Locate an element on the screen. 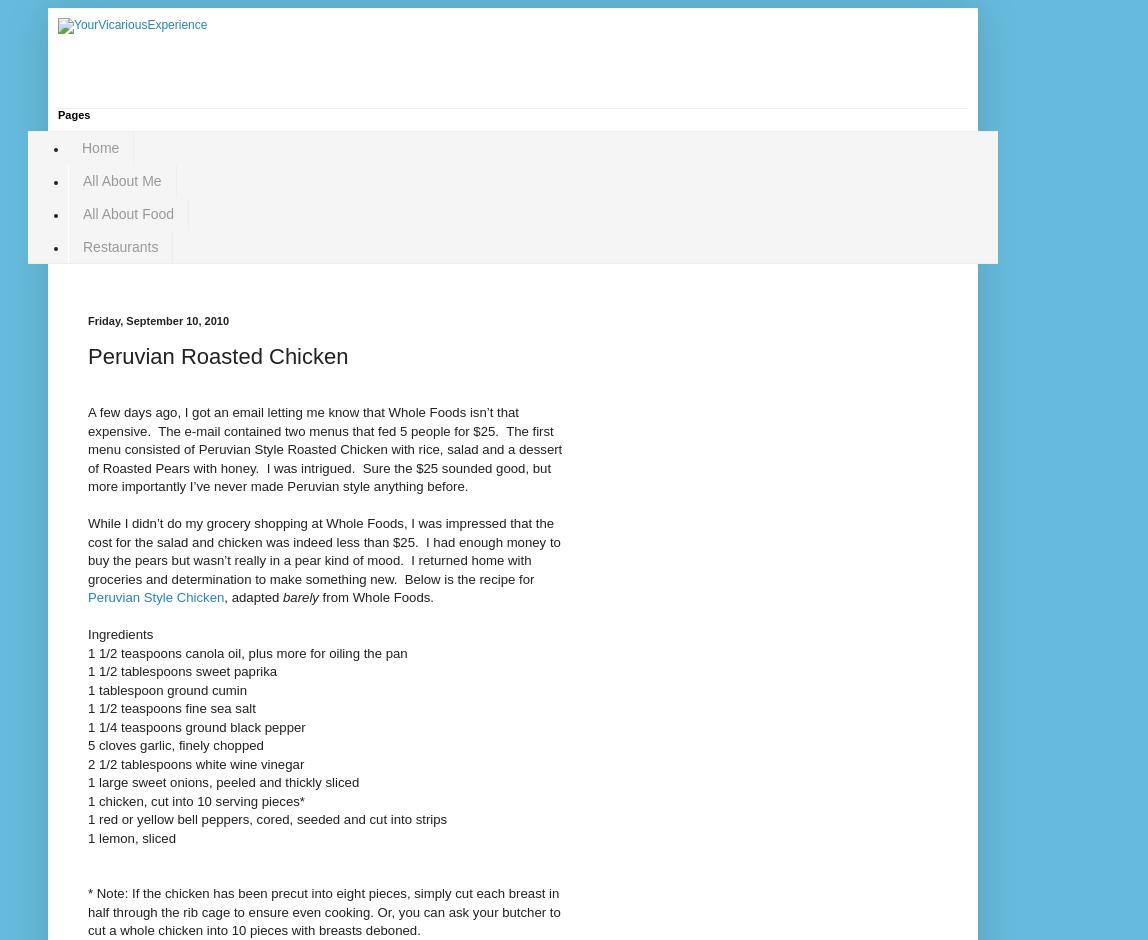 This screenshot has width=1148, height=940. 'I returned home with groceries and determination to make something new.' is located at coordinates (309, 569).